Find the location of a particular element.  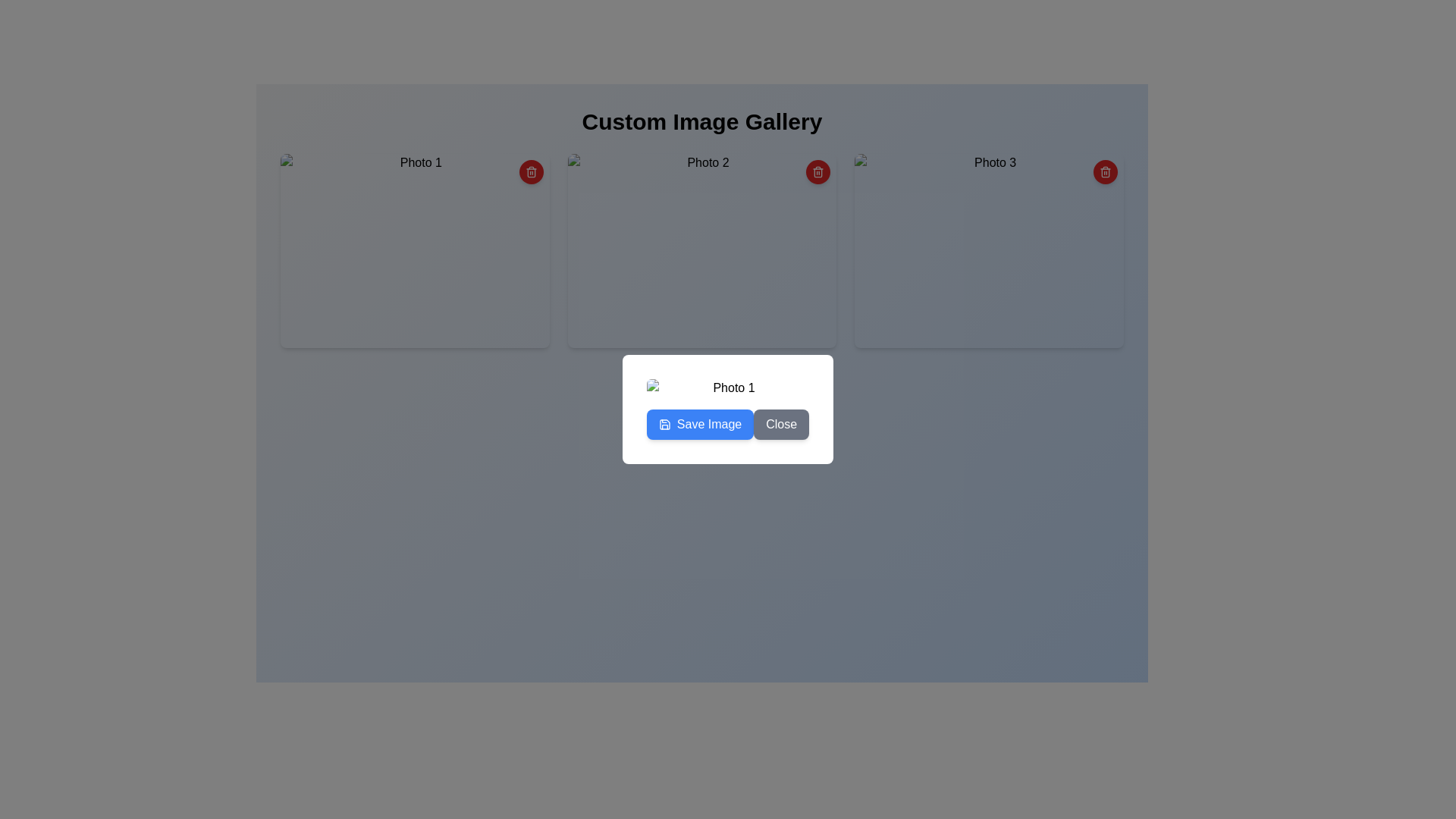

the trash can icon with a red circular background located at the top-right corner of the 'Photo 2' image card is located at coordinates (817, 171).